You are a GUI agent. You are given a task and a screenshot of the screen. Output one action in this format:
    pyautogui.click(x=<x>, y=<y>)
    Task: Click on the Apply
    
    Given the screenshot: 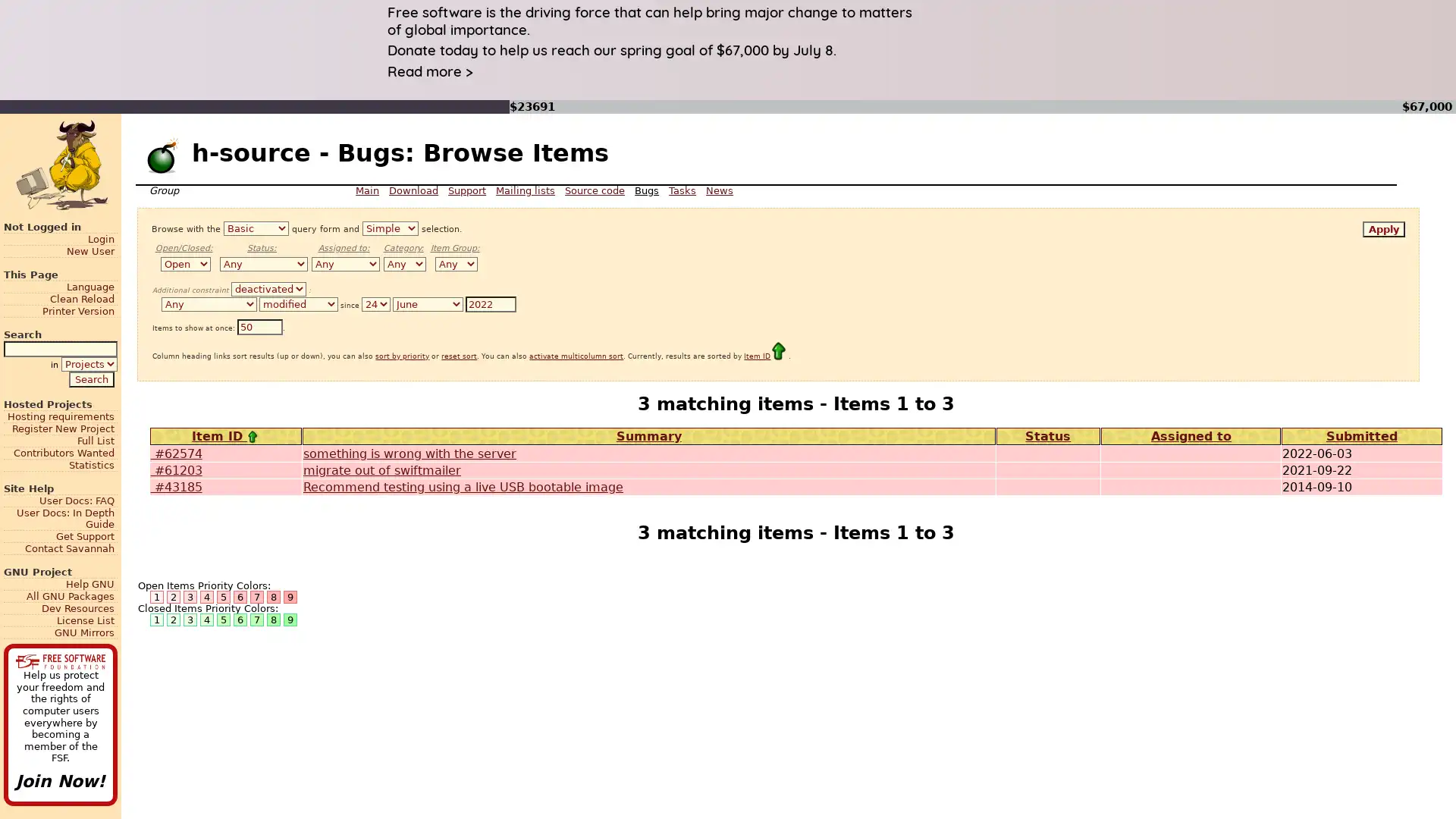 What is the action you would take?
    pyautogui.click(x=1383, y=229)
    